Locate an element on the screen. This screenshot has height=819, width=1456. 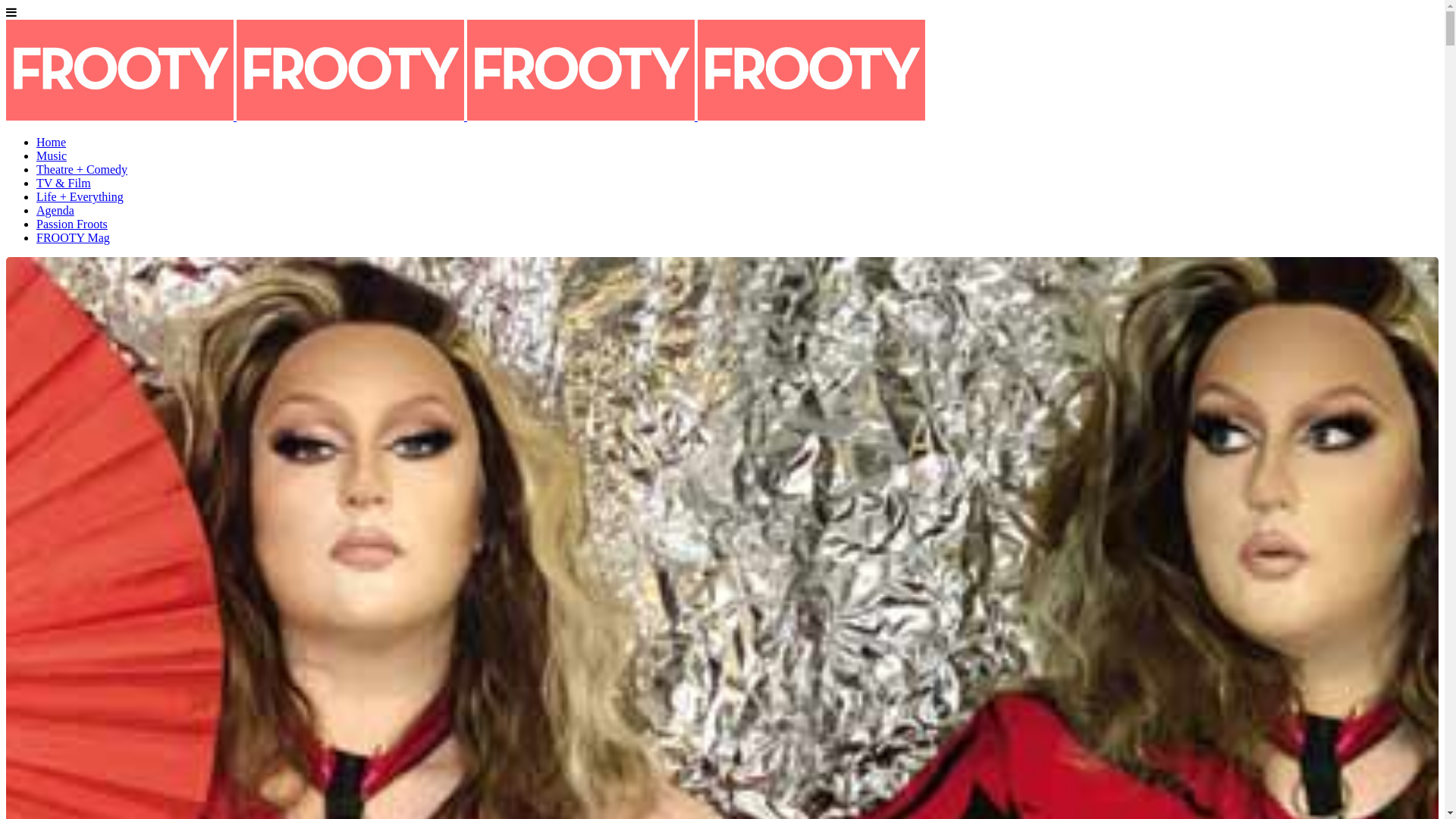
'TV & Film' is located at coordinates (62, 182).